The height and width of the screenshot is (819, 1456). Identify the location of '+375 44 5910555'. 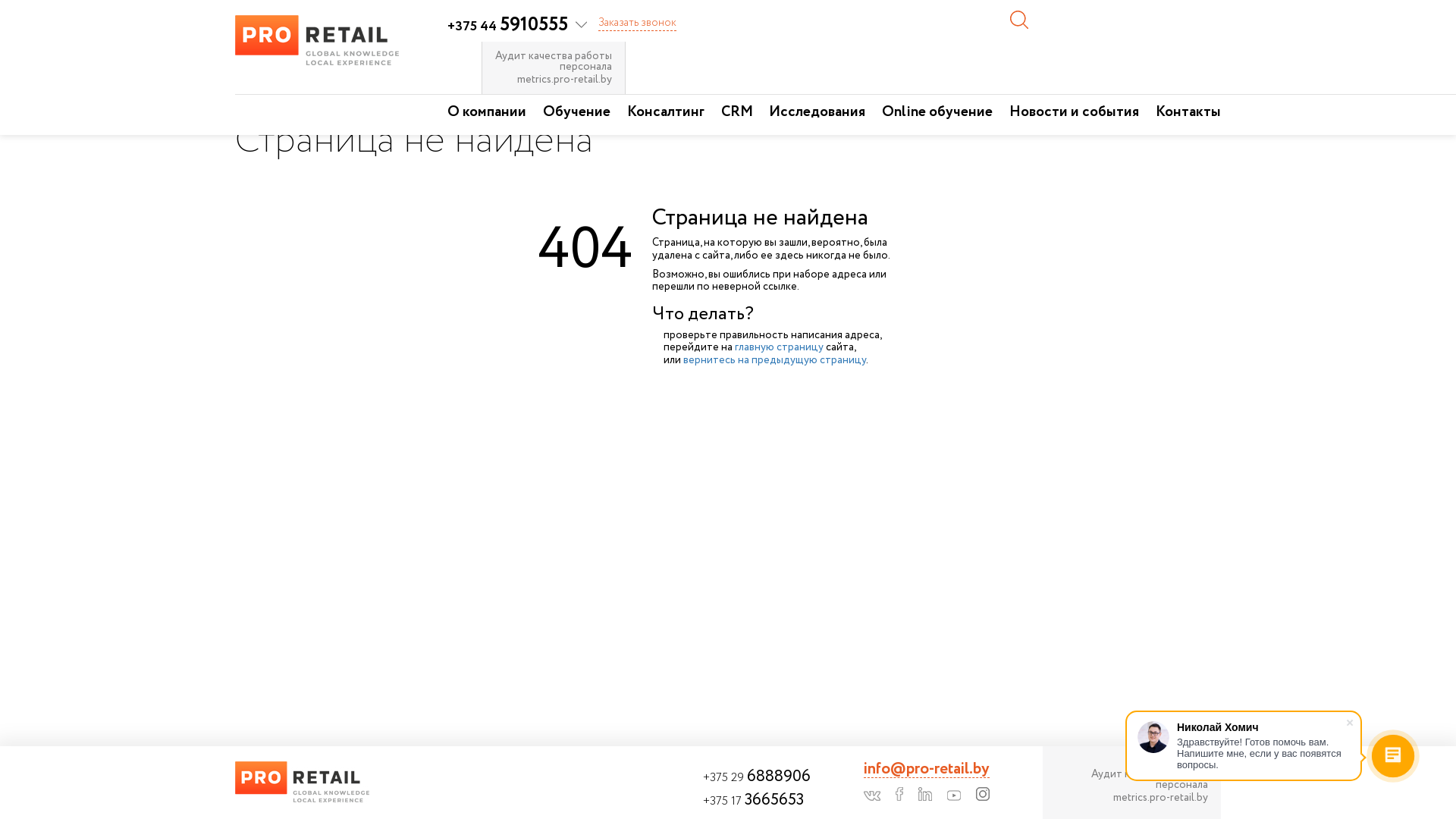
(516, 26).